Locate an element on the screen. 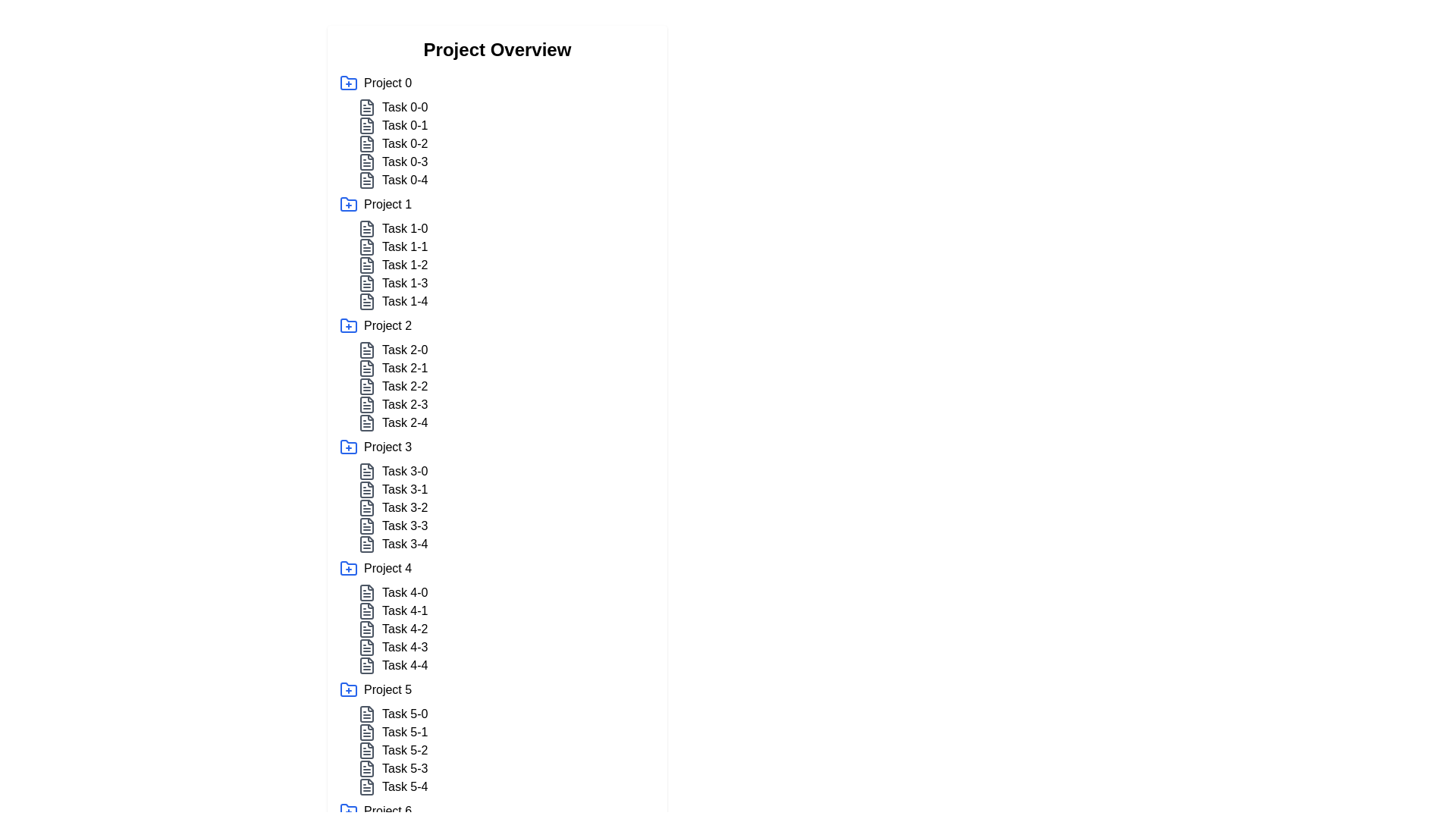 The height and width of the screenshot is (819, 1456). the third text label in the list that represents an item under 'Project 0', which likely serves as a navigational or informational aid is located at coordinates (405, 143).